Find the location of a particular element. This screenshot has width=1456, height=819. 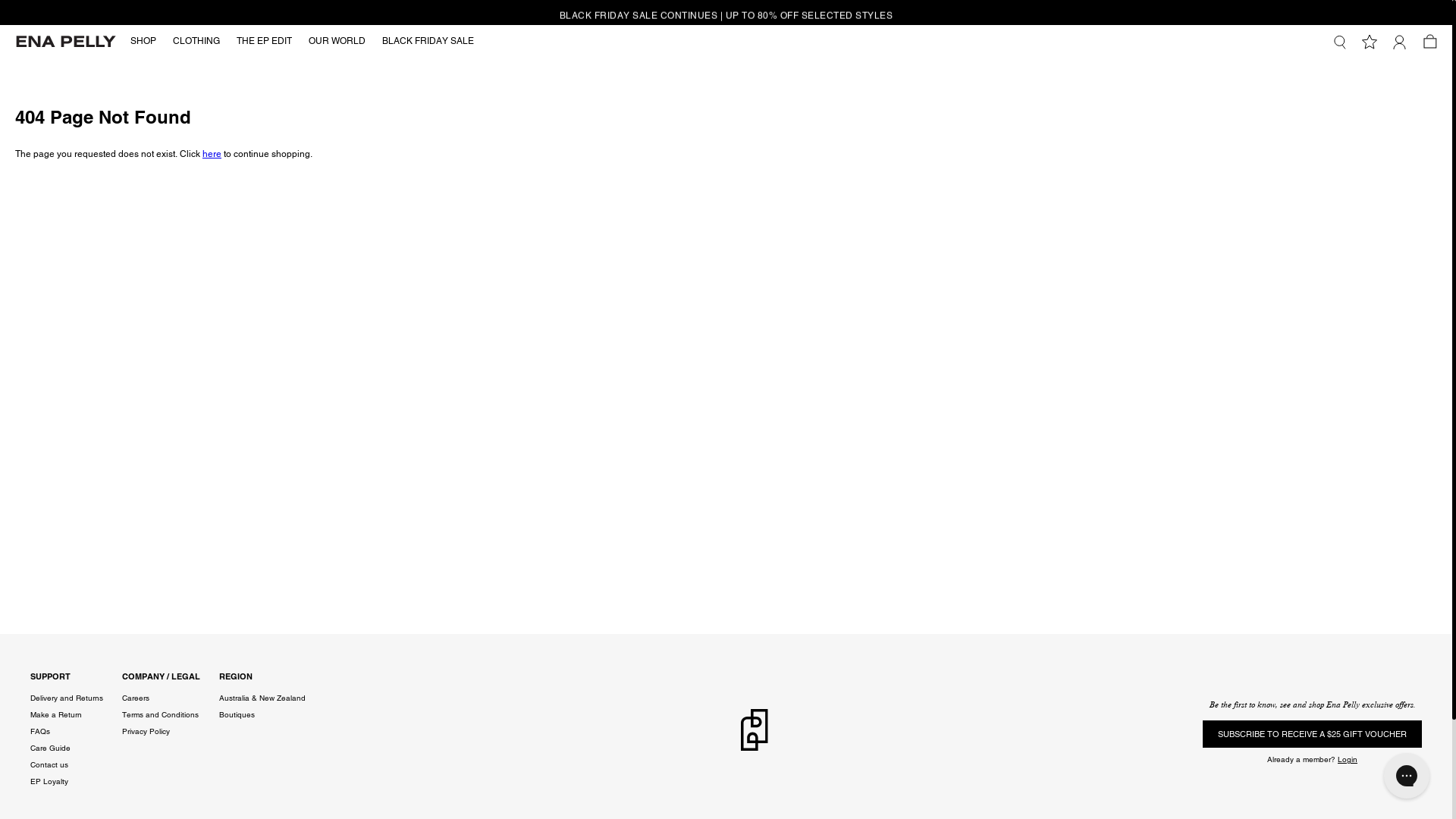

'Login' is located at coordinates (1347, 759).